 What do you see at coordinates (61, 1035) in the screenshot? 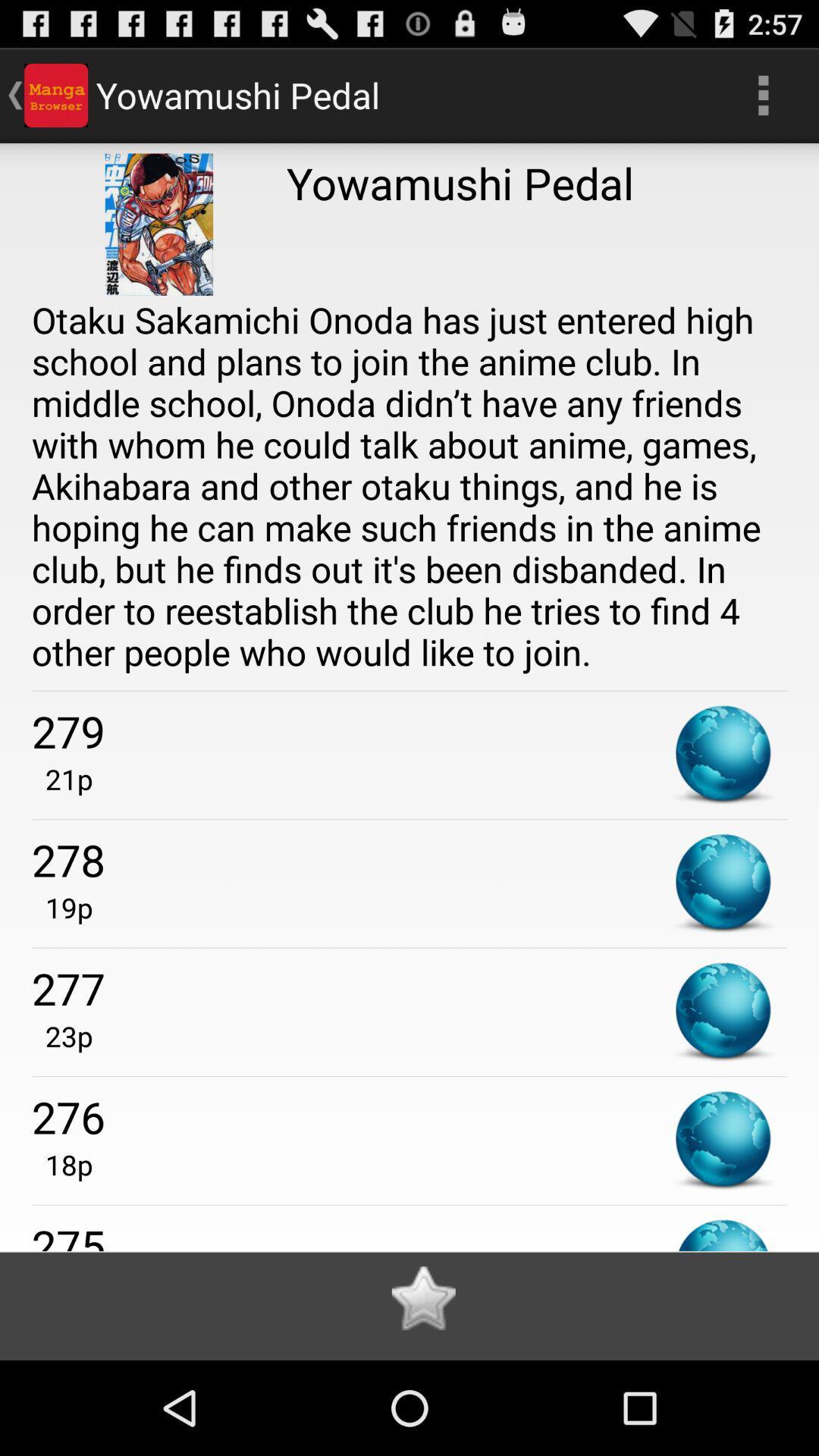
I see `item below the 277 app` at bounding box center [61, 1035].